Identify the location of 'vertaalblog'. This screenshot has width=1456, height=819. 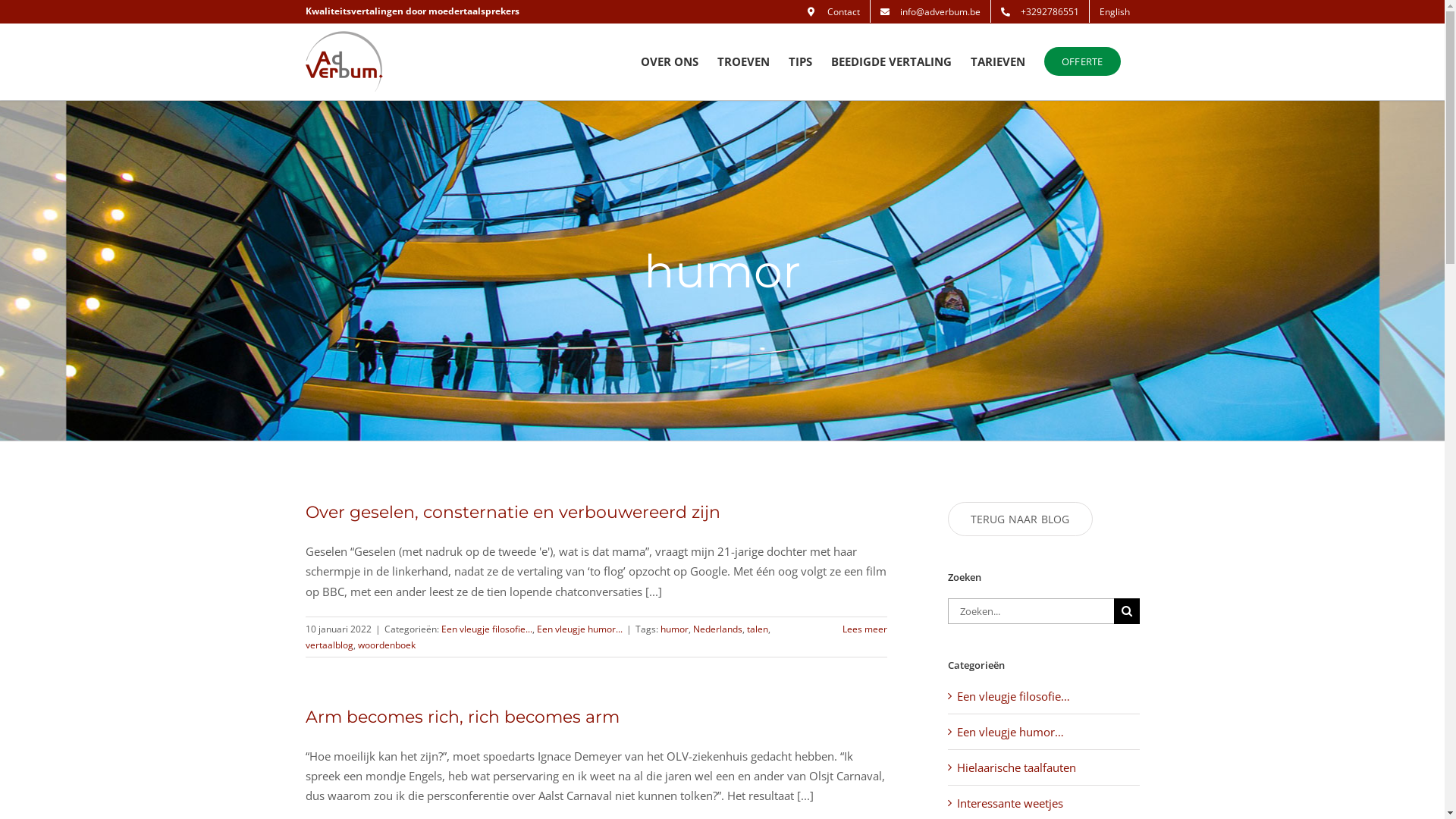
(328, 645).